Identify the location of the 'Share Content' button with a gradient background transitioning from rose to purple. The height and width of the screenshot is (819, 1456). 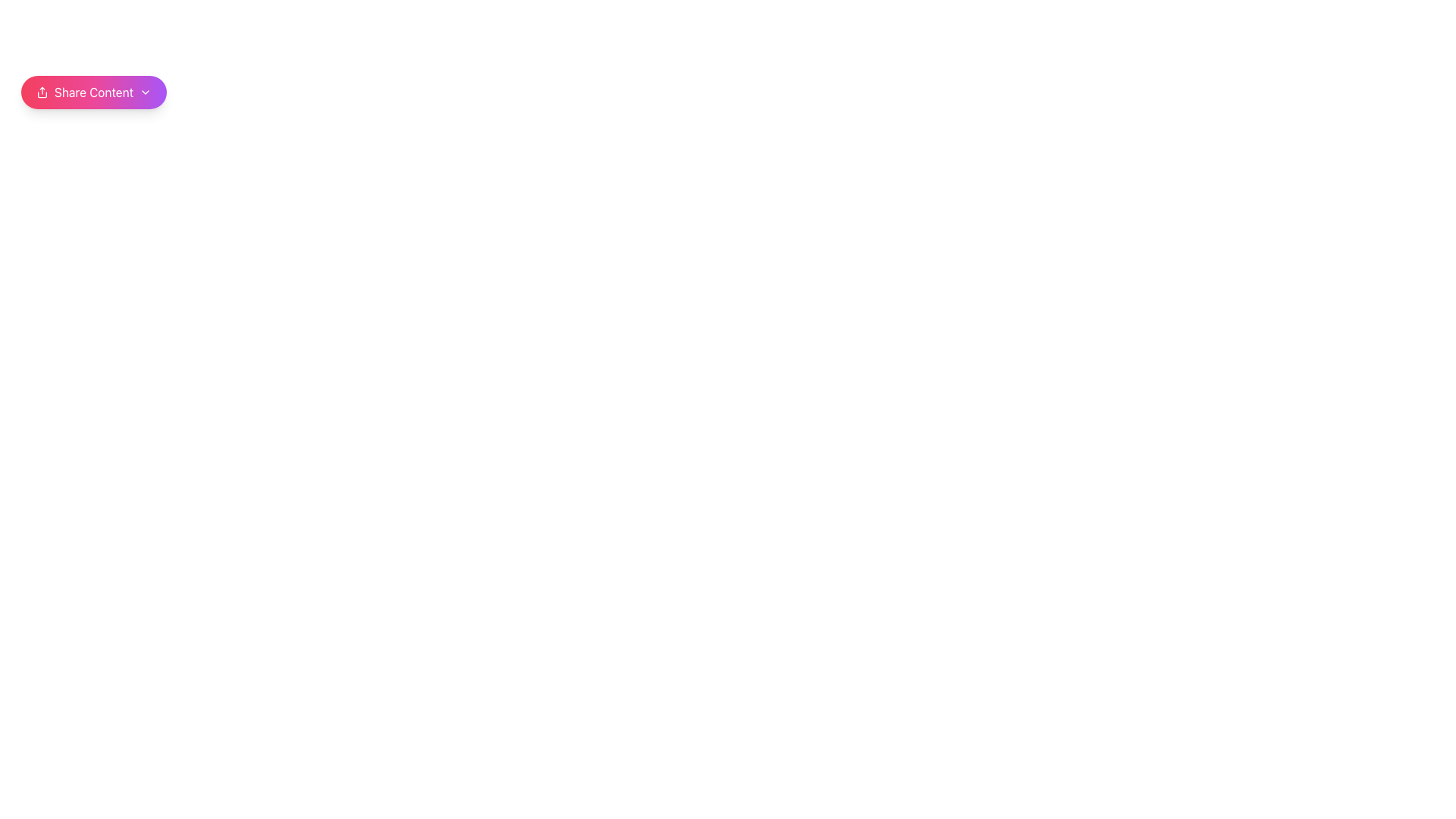
(93, 93).